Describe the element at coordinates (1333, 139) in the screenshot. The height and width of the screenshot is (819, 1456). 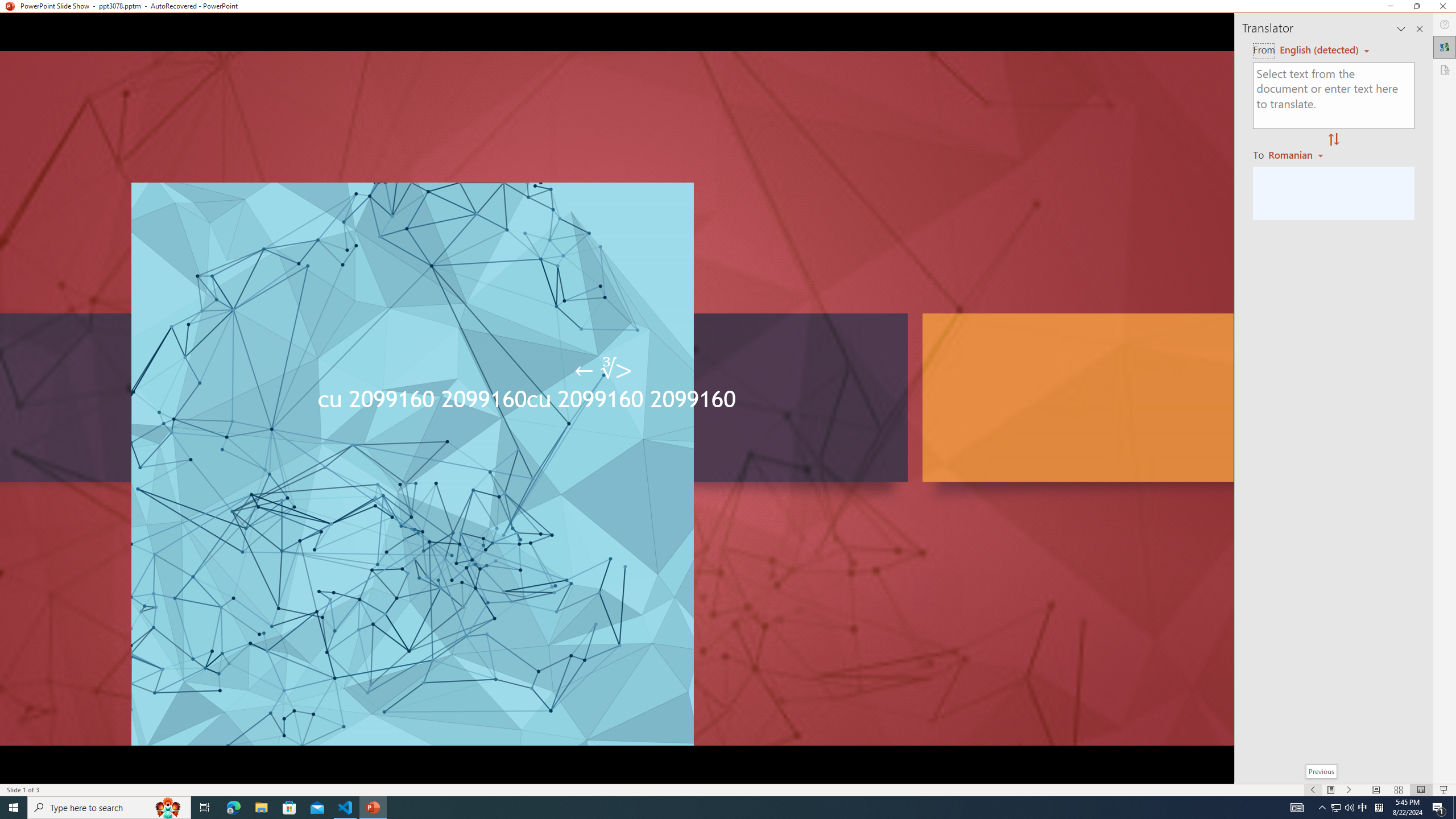
I see `'Swap "from" and "to" languages.'` at that location.